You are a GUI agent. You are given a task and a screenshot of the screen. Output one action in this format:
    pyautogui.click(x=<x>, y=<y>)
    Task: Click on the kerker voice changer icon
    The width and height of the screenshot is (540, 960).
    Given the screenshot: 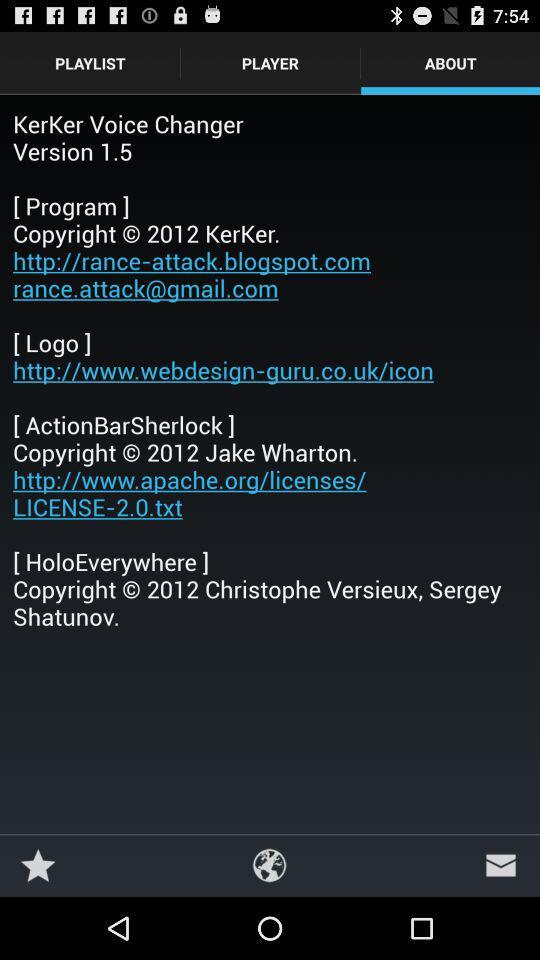 What is the action you would take?
    pyautogui.click(x=270, y=368)
    